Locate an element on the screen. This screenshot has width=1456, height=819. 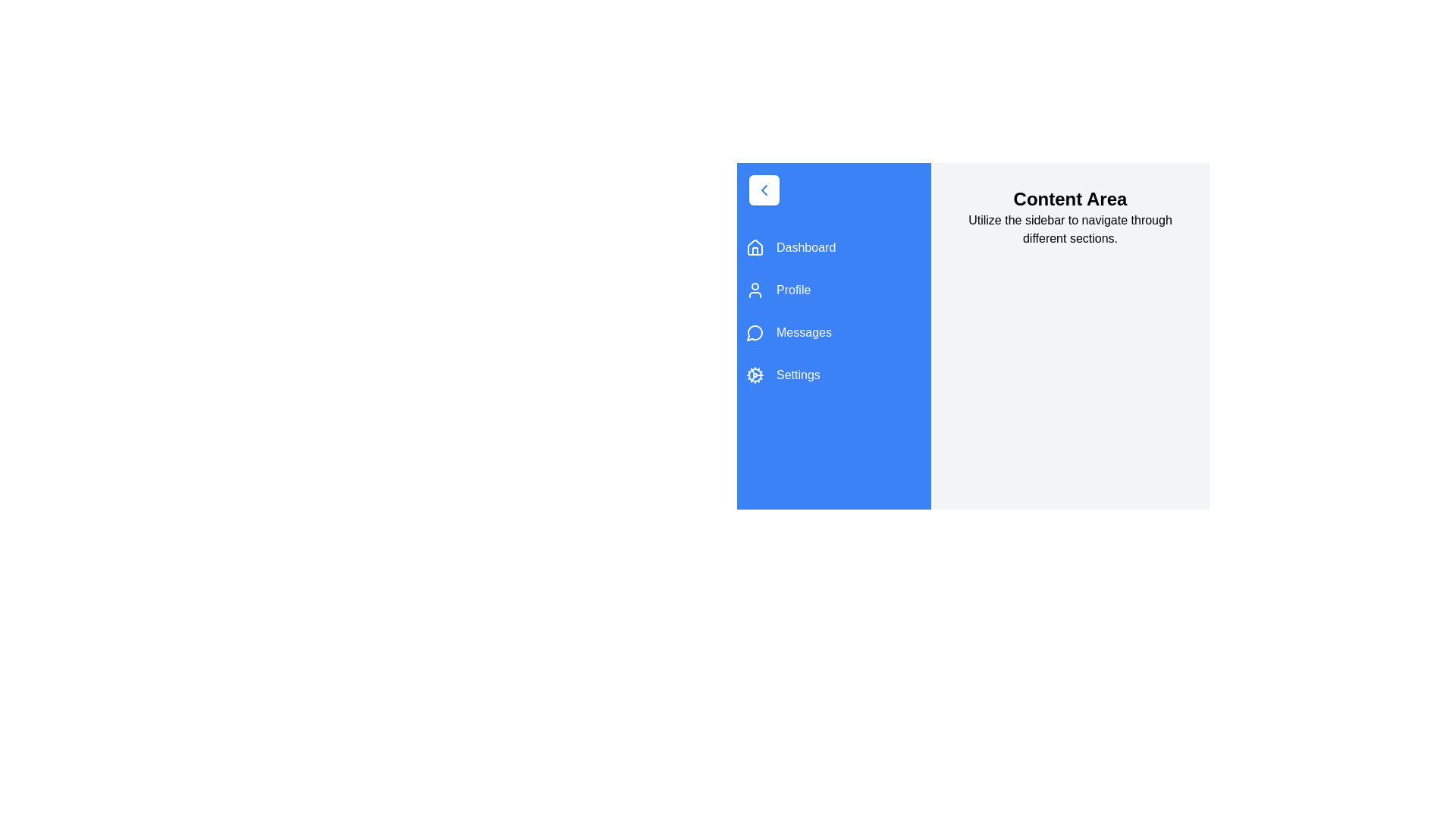
the menu item labeled Dashboard is located at coordinates (833, 247).